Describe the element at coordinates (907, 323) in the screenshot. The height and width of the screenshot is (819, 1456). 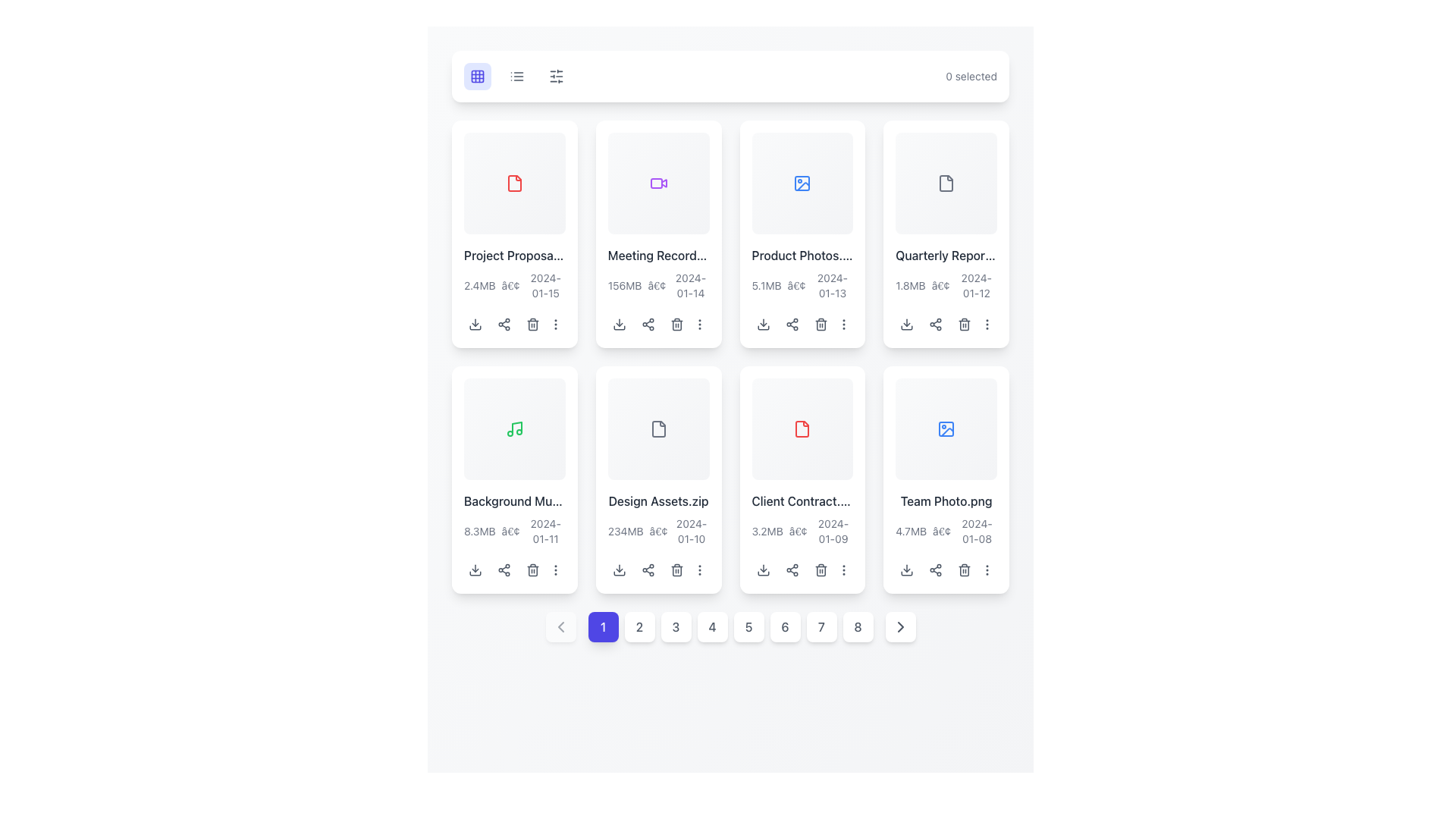
I see `the download button located directly below the 'Quarterly Report.pdf' file card in the asset grid to initiate the download of the file` at that location.